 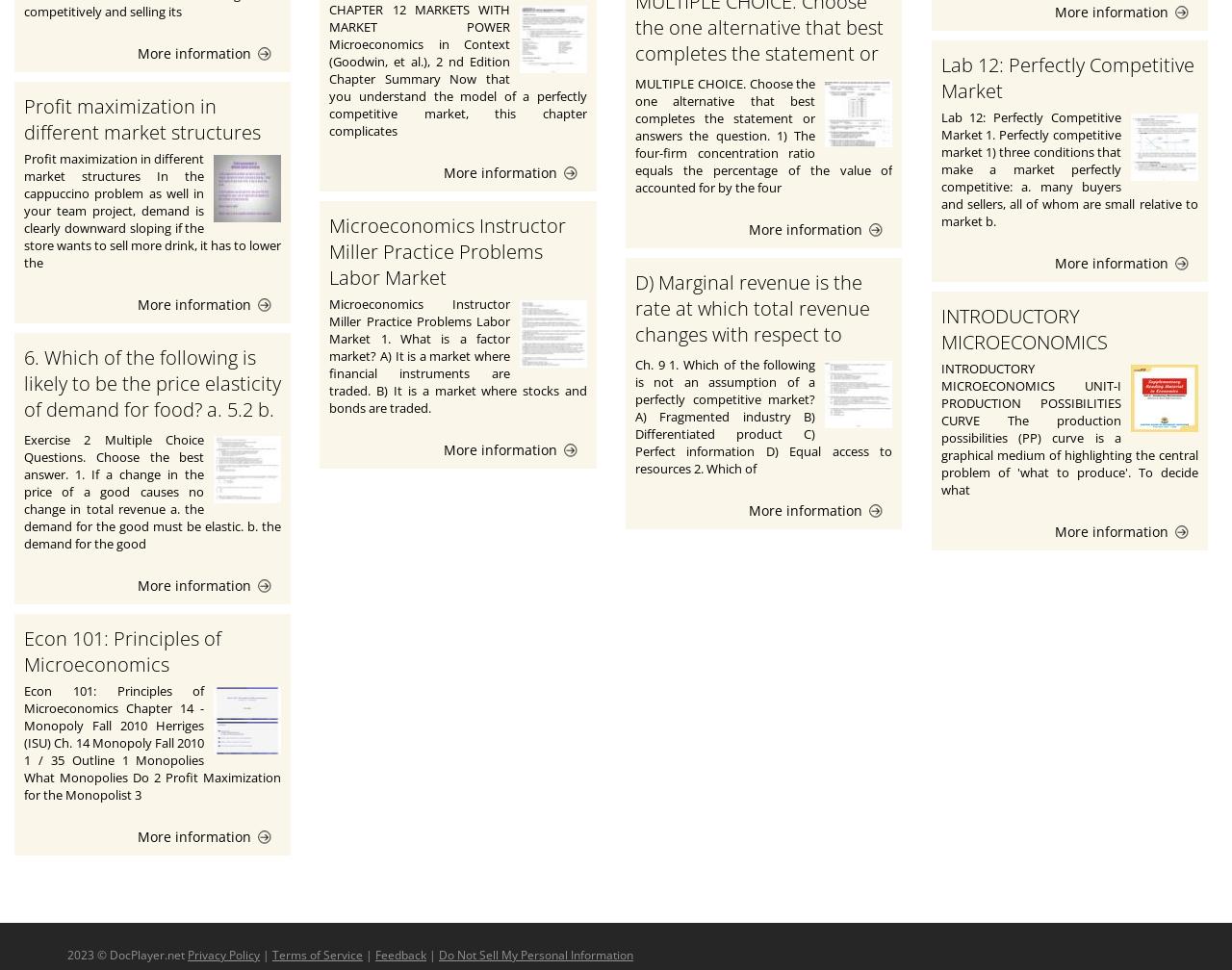 I want to click on '6. Which of the following is likely to be the price elasticity of demand for food? a. 5.2 b. 2.6 c. 1.8 d. 0.3', so click(x=151, y=396).